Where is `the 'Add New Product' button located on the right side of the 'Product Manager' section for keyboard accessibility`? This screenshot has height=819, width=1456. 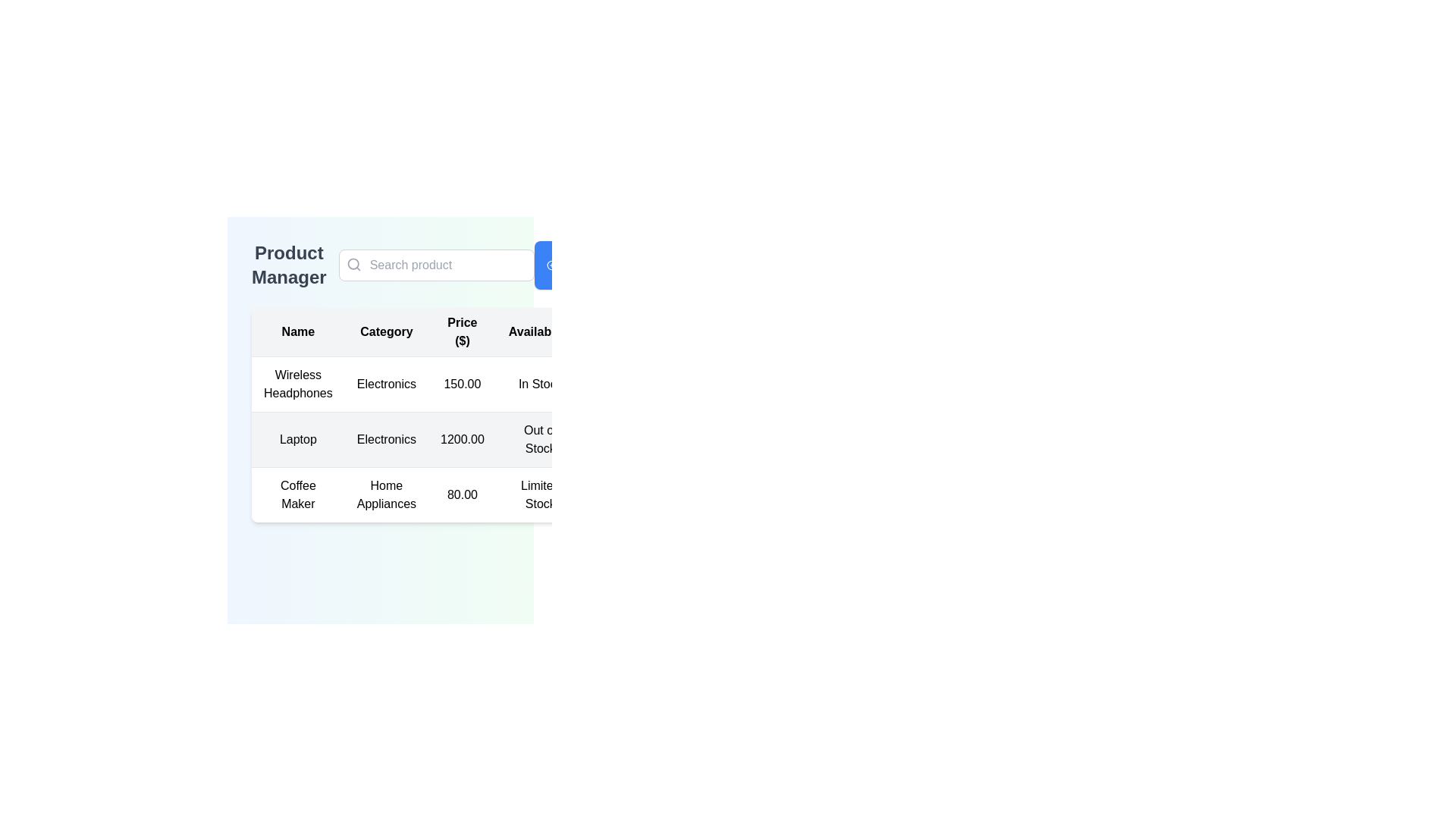
the 'Add New Product' button located on the right side of the 'Product Manager' section for keyboard accessibility is located at coordinates (577, 265).